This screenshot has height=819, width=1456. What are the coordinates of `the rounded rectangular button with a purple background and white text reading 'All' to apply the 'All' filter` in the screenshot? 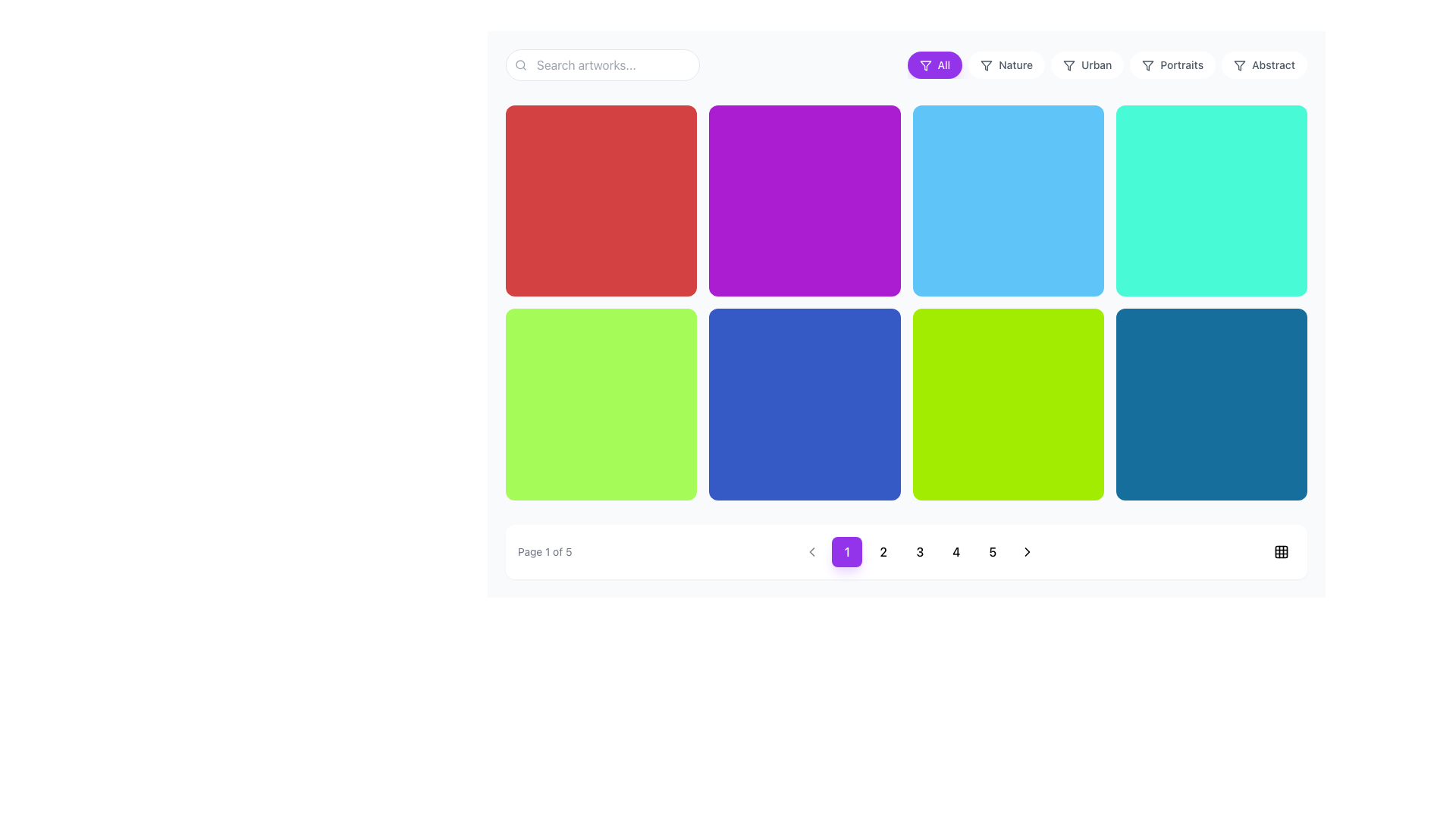 It's located at (934, 64).